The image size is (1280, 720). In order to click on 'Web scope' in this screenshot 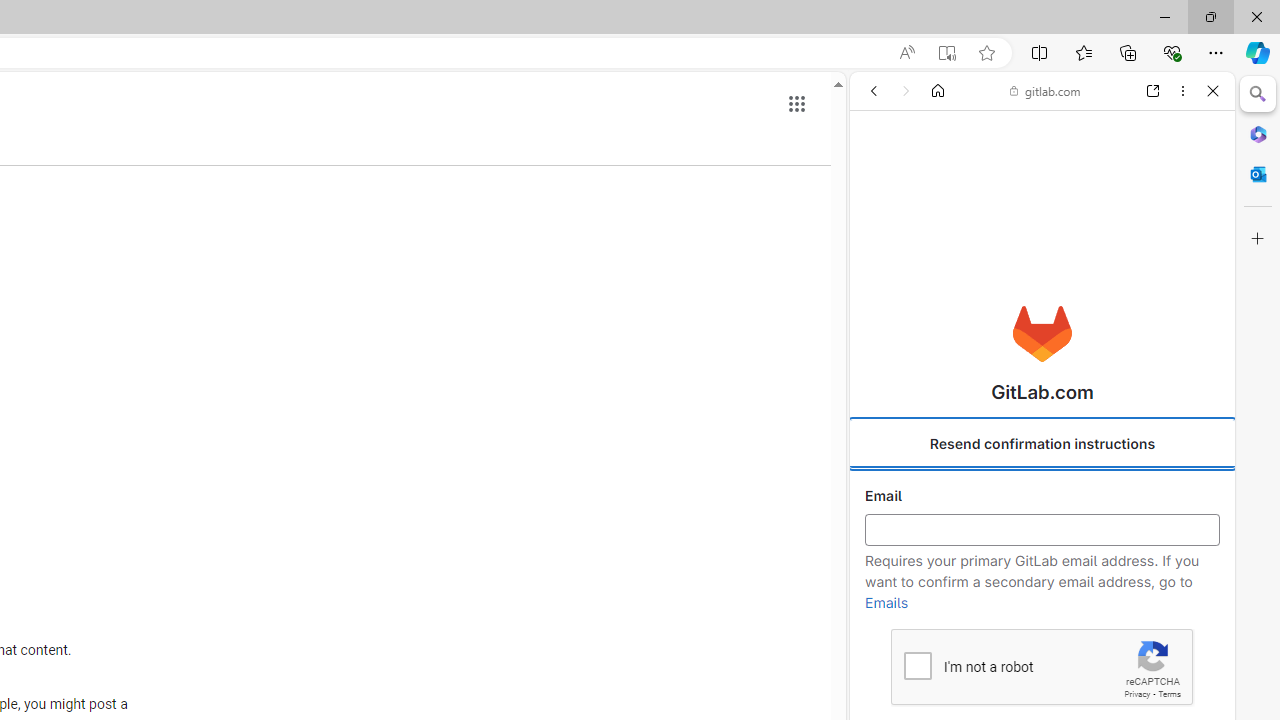, I will do `click(881, 180)`.